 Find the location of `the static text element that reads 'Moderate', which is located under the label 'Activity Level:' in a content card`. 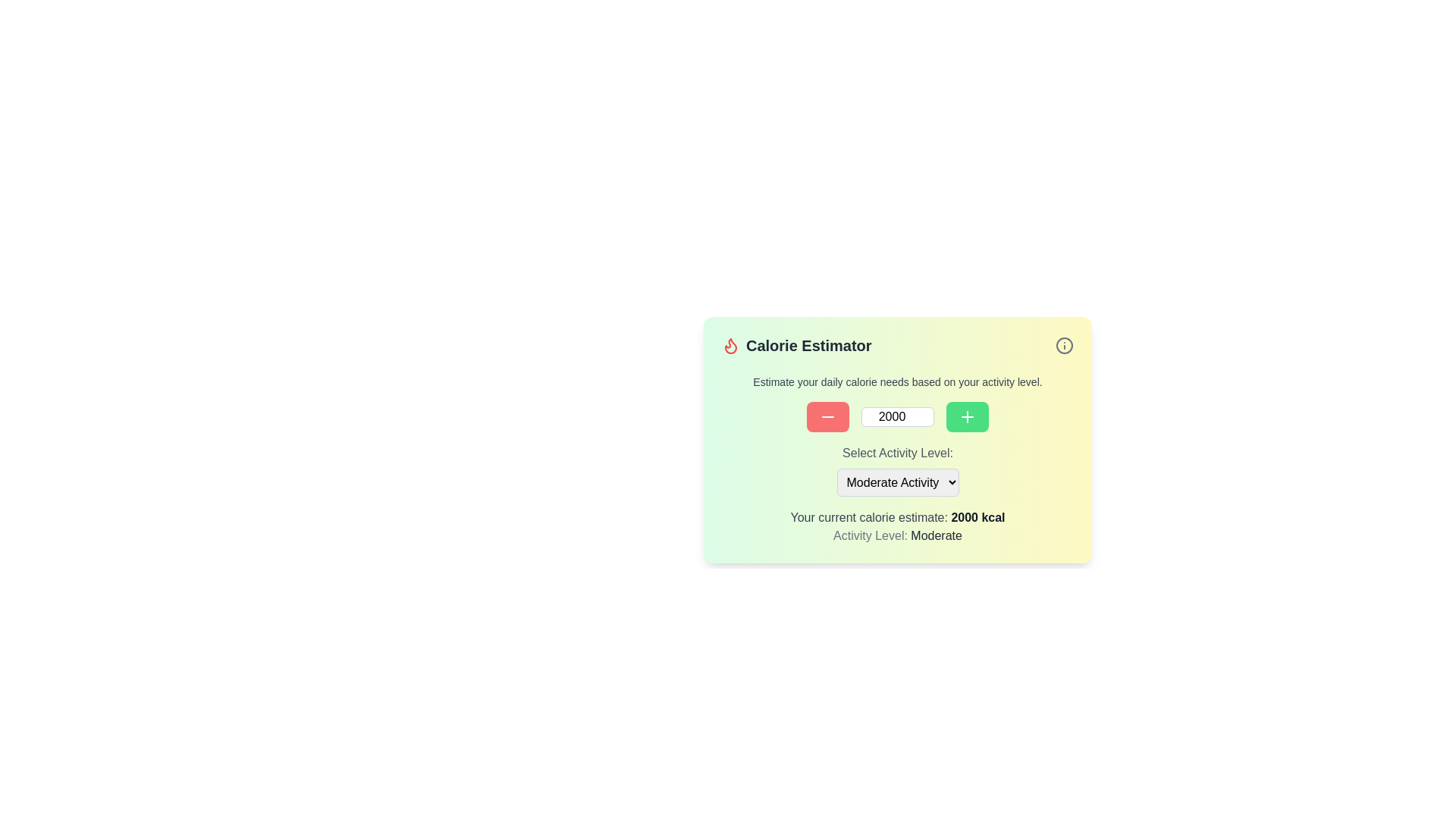

the static text element that reads 'Moderate', which is located under the label 'Activity Level:' in a content card is located at coordinates (936, 535).